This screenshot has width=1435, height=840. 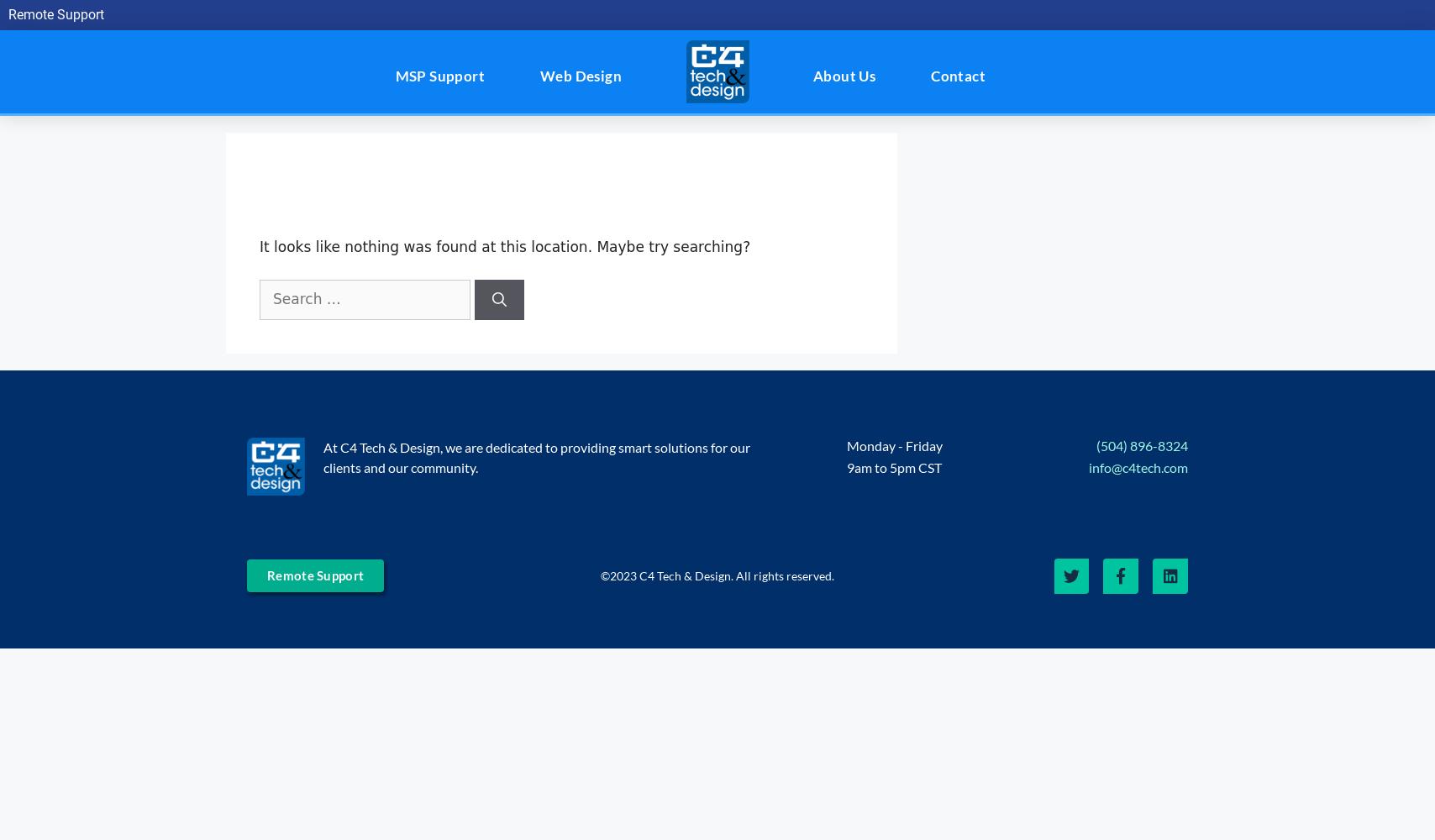 What do you see at coordinates (1141, 444) in the screenshot?
I see `'(504) 896-8324'` at bounding box center [1141, 444].